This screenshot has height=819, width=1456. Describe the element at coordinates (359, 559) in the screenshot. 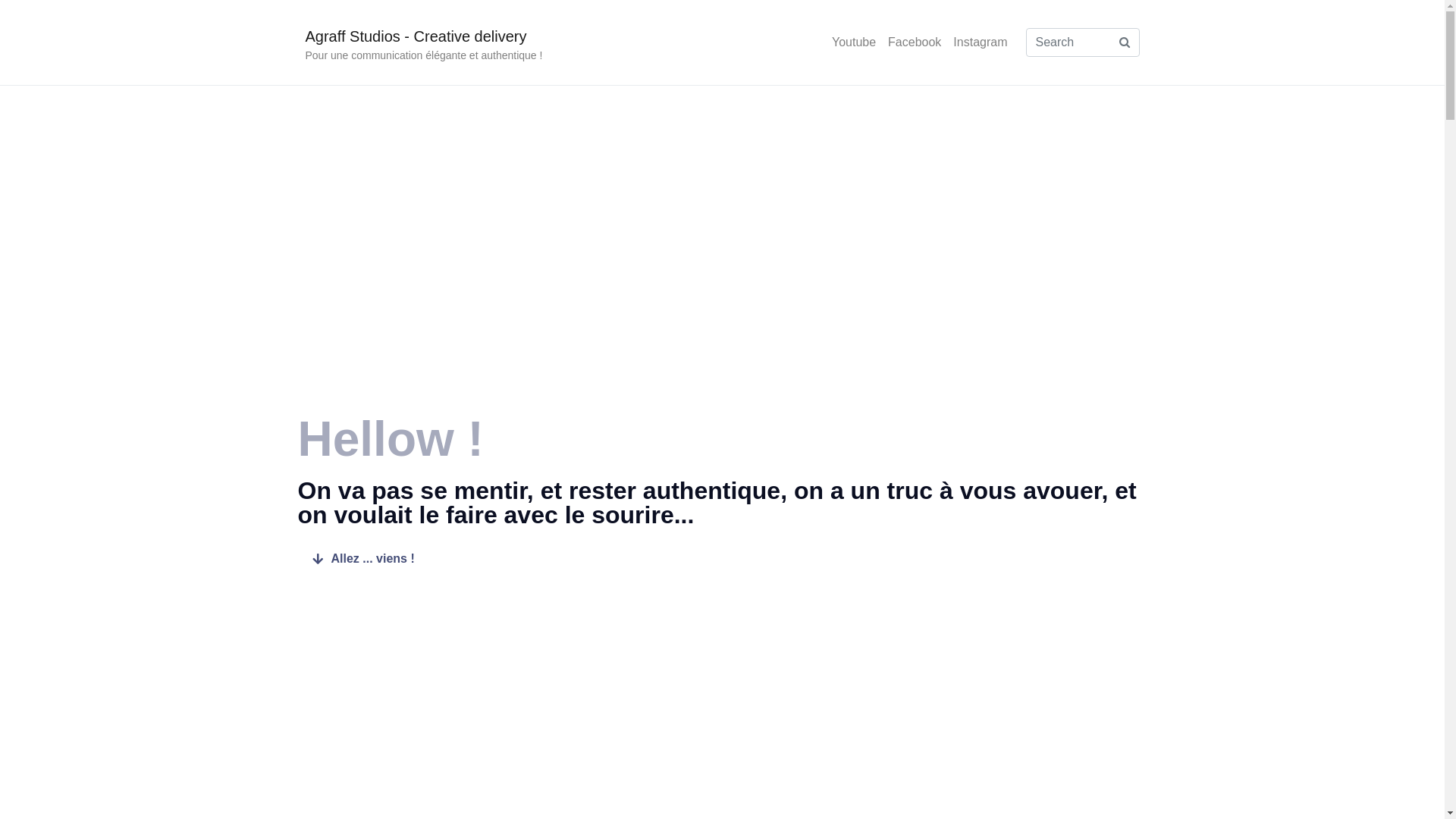

I see `'Allez ... viens !'` at that location.